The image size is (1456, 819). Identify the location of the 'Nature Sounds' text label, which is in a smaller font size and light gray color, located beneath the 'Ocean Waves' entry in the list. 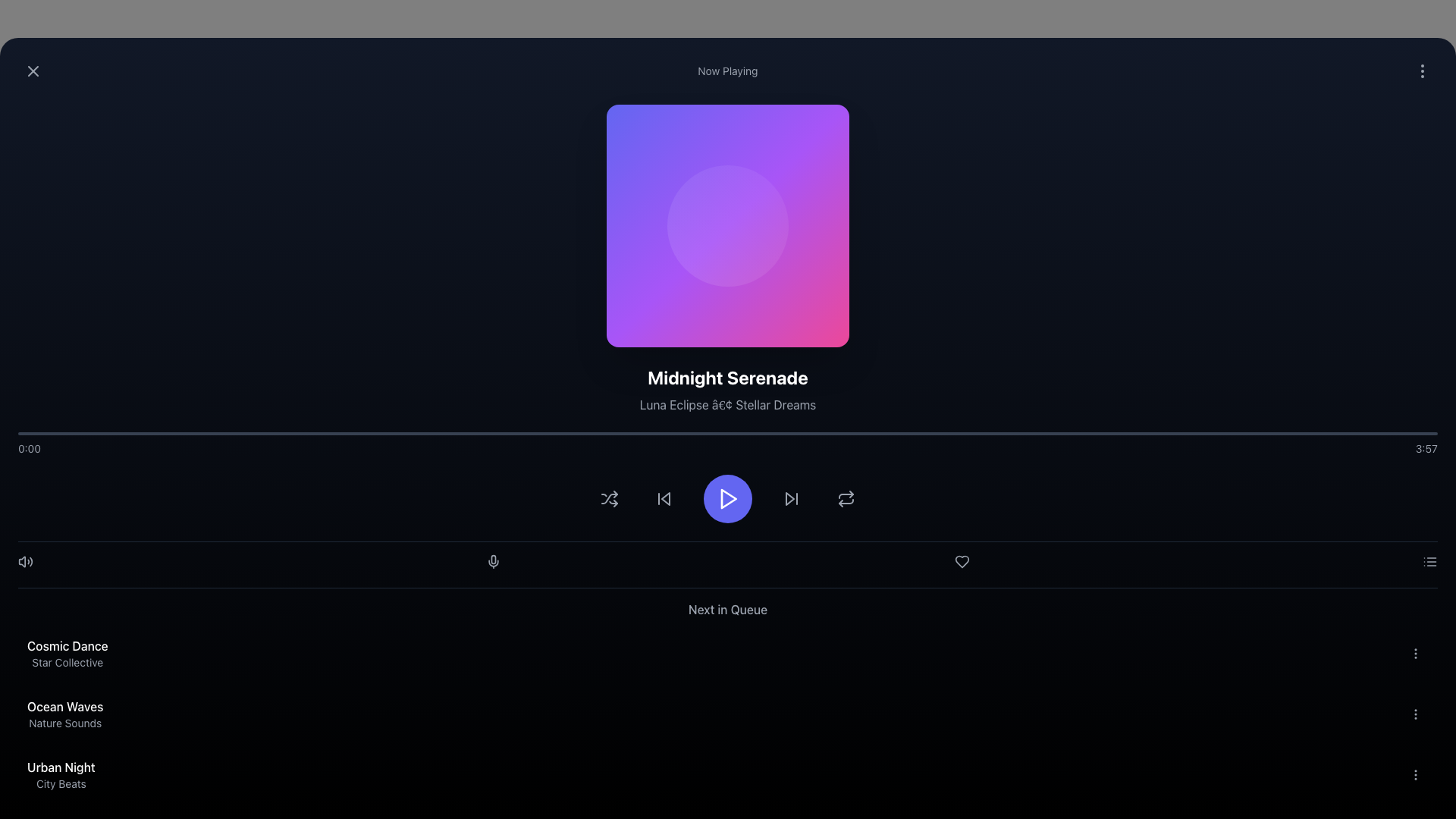
(64, 722).